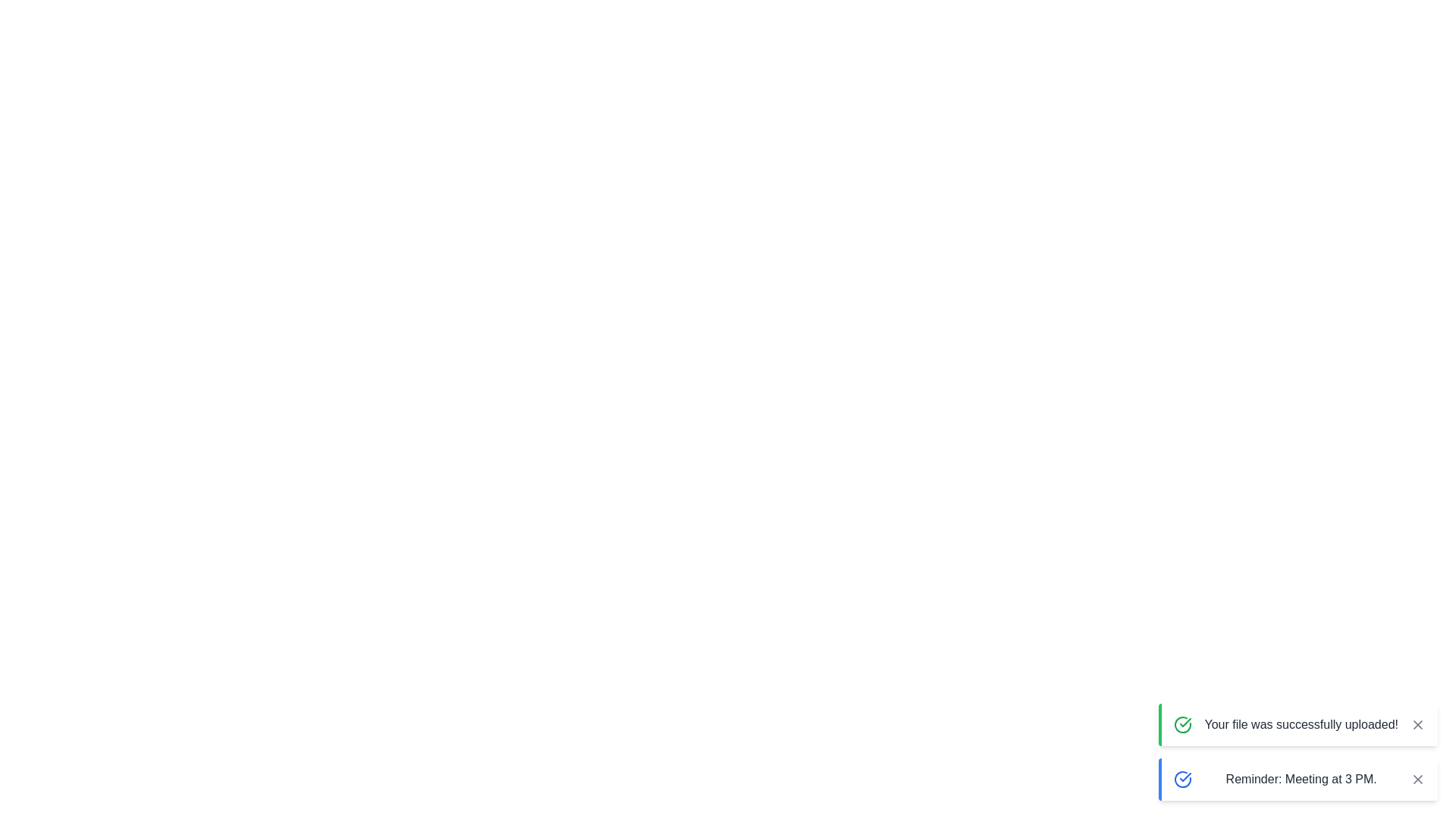 The width and height of the screenshot is (1456, 819). Describe the element at coordinates (1417, 724) in the screenshot. I see `the close button of the notification to dismiss it` at that location.